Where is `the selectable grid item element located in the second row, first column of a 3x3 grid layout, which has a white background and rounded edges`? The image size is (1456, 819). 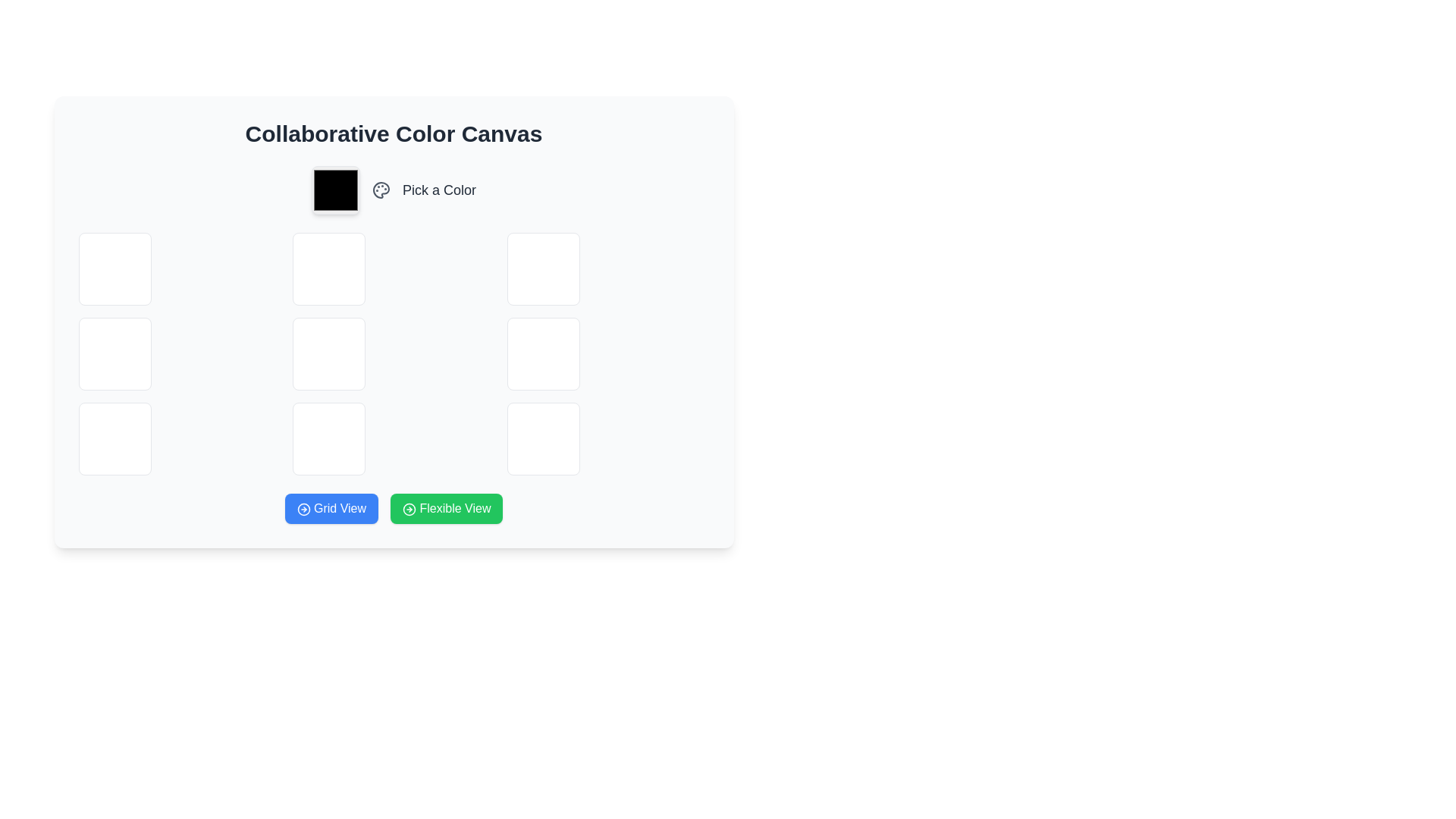 the selectable grid item element located in the second row, first column of a 3x3 grid layout, which has a white background and rounded edges is located at coordinates (114, 353).